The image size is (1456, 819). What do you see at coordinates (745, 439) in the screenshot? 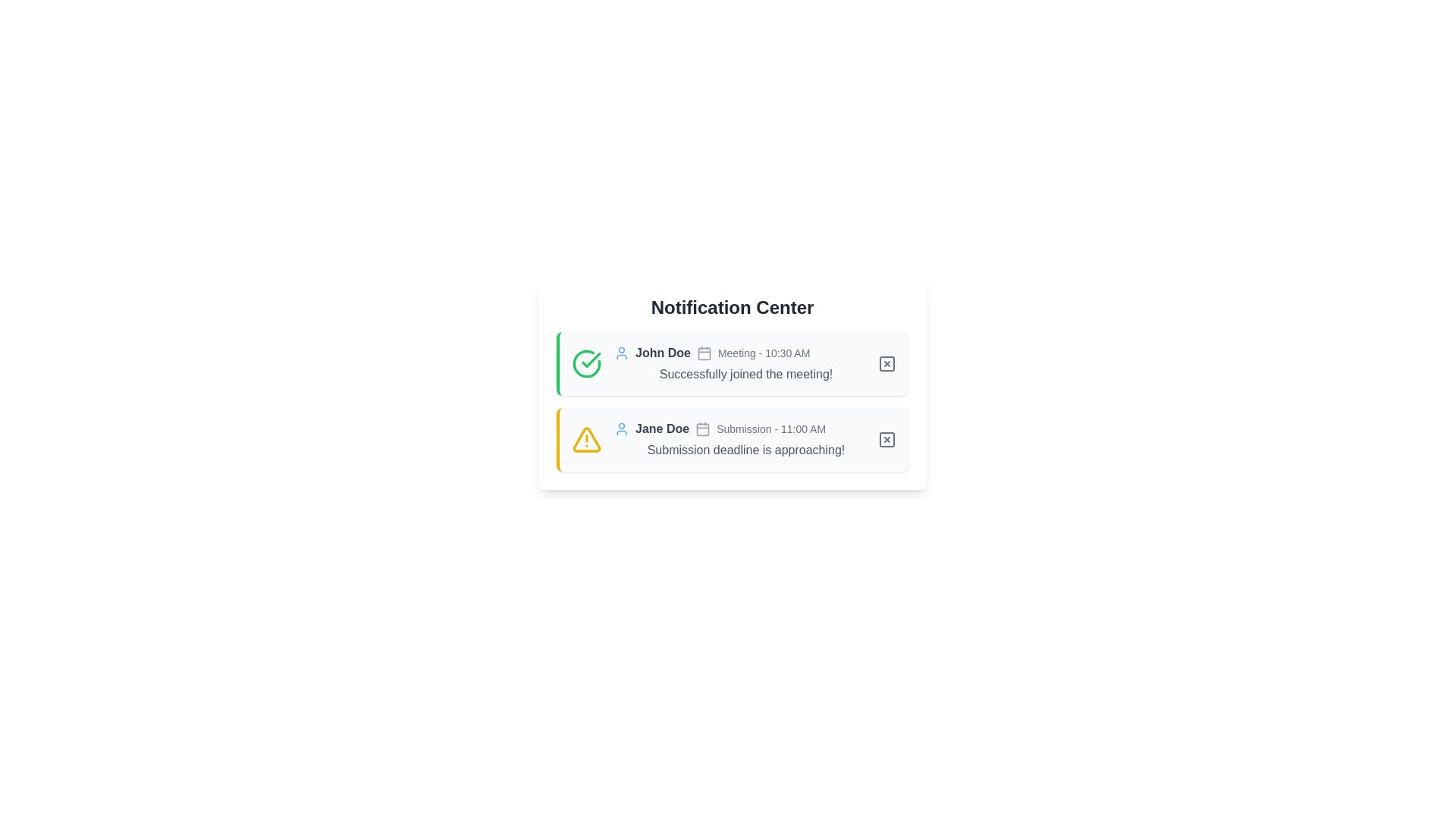
I see `the second notification in the Notification Center card, which is located between the 'John Doe' notification and empty space below` at bounding box center [745, 439].